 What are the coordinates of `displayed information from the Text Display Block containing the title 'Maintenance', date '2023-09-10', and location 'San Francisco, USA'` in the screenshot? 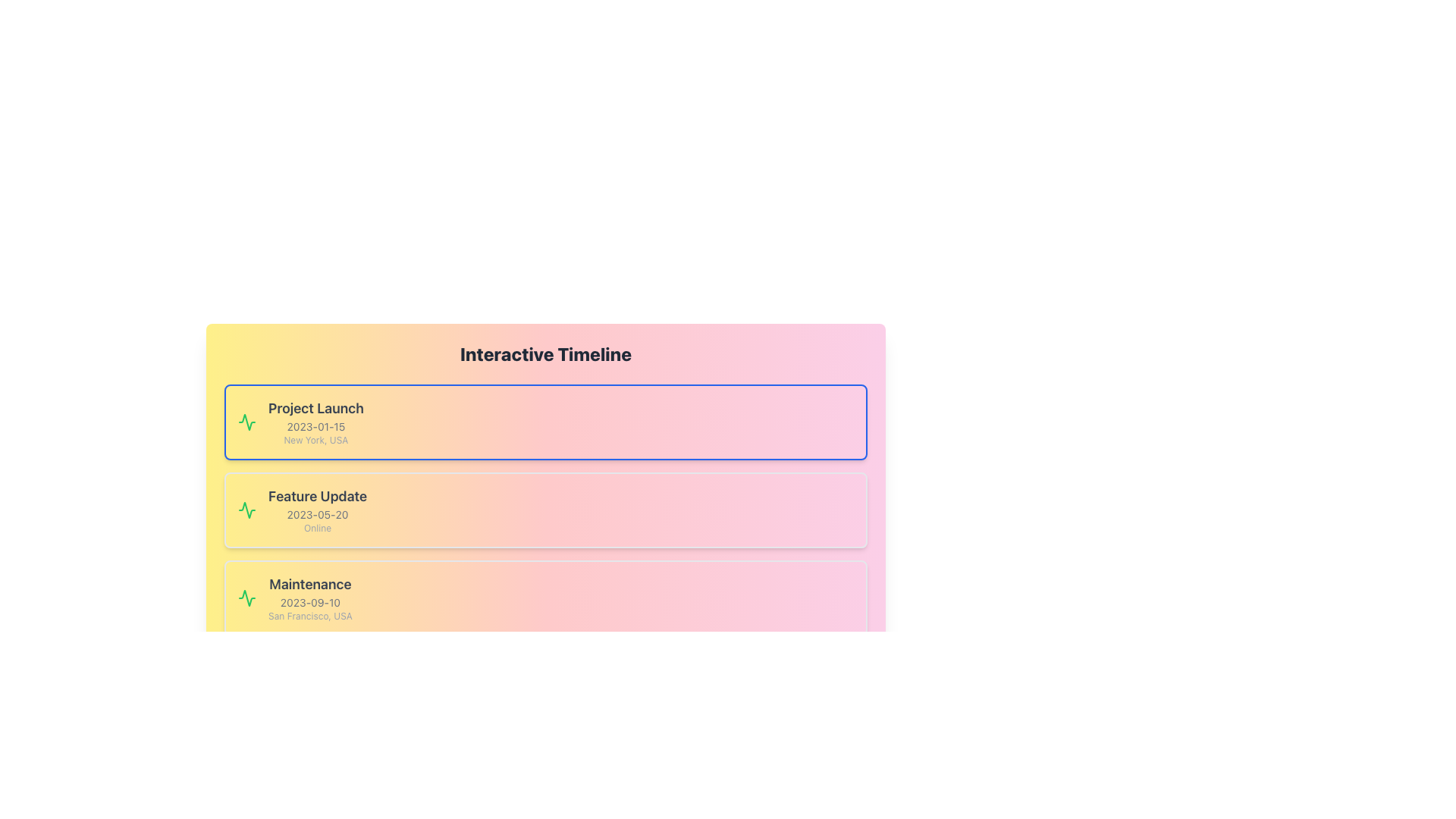 It's located at (309, 598).